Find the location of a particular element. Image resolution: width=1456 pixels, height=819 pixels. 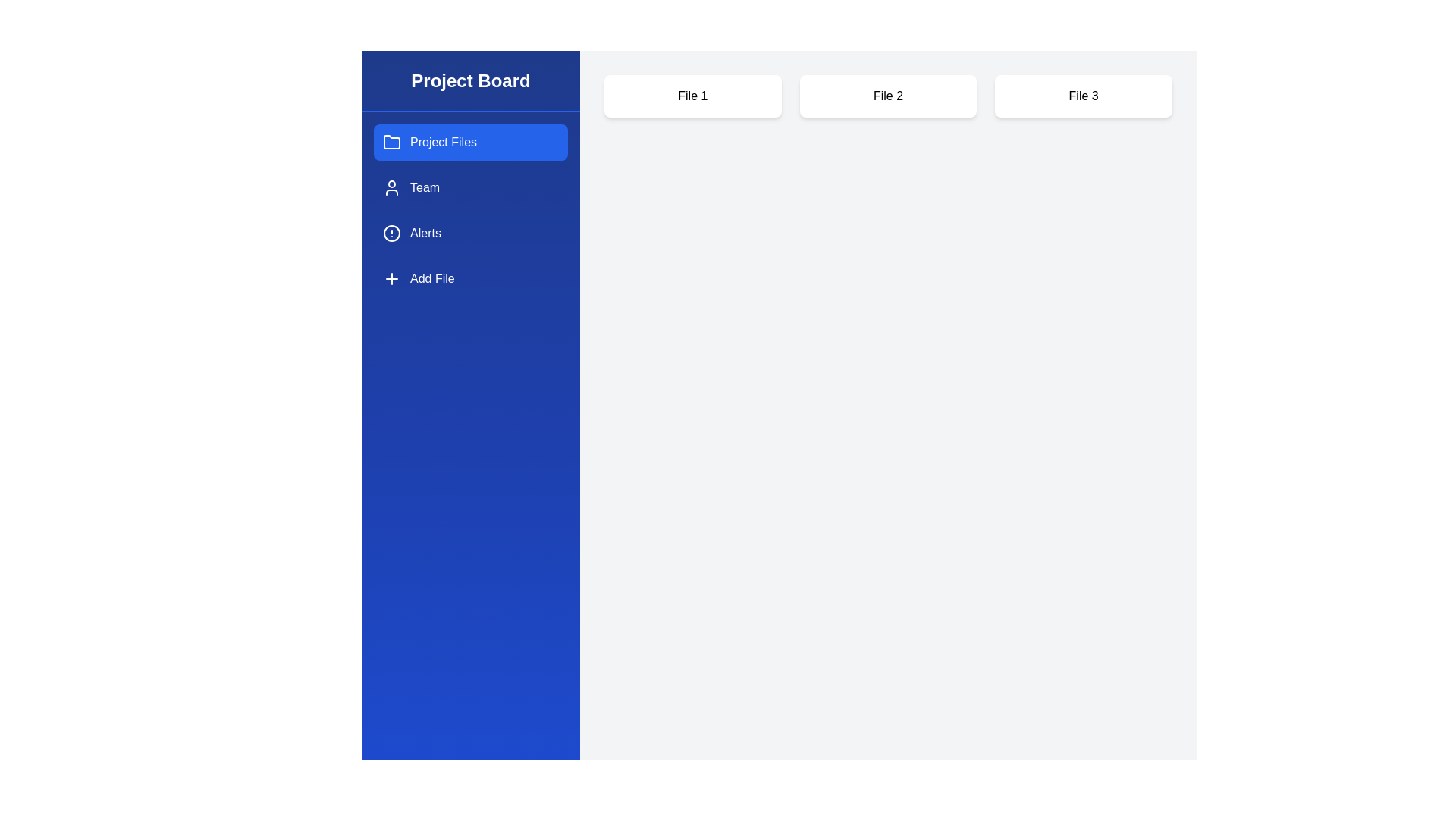

the card or button representing 'File 3', which is the third item in a row of three cards arranged horizontally is located at coordinates (1083, 96).